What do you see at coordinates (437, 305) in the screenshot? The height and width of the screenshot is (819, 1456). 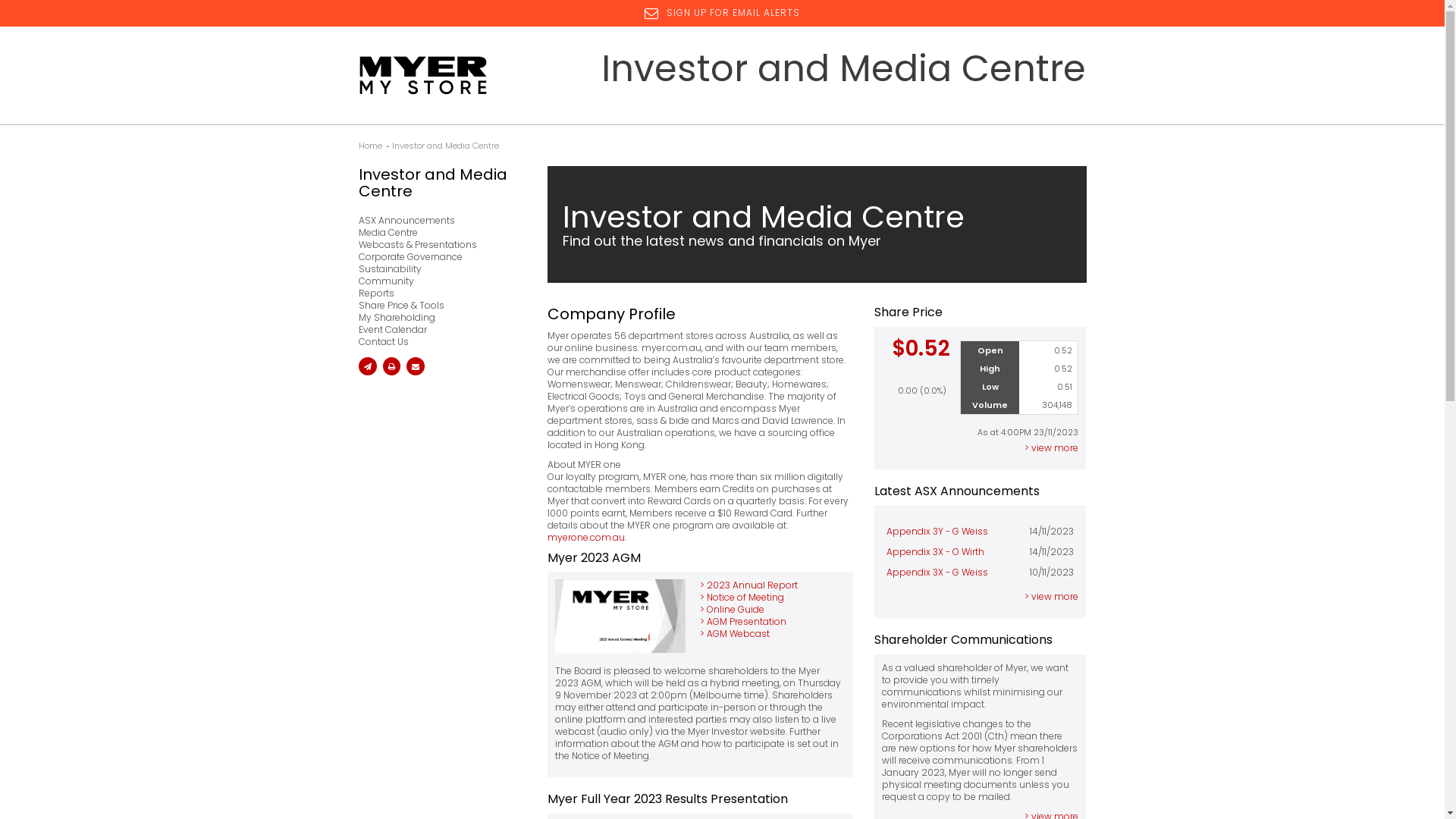 I see `'Share Price & Tools'` at bounding box center [437, 305].